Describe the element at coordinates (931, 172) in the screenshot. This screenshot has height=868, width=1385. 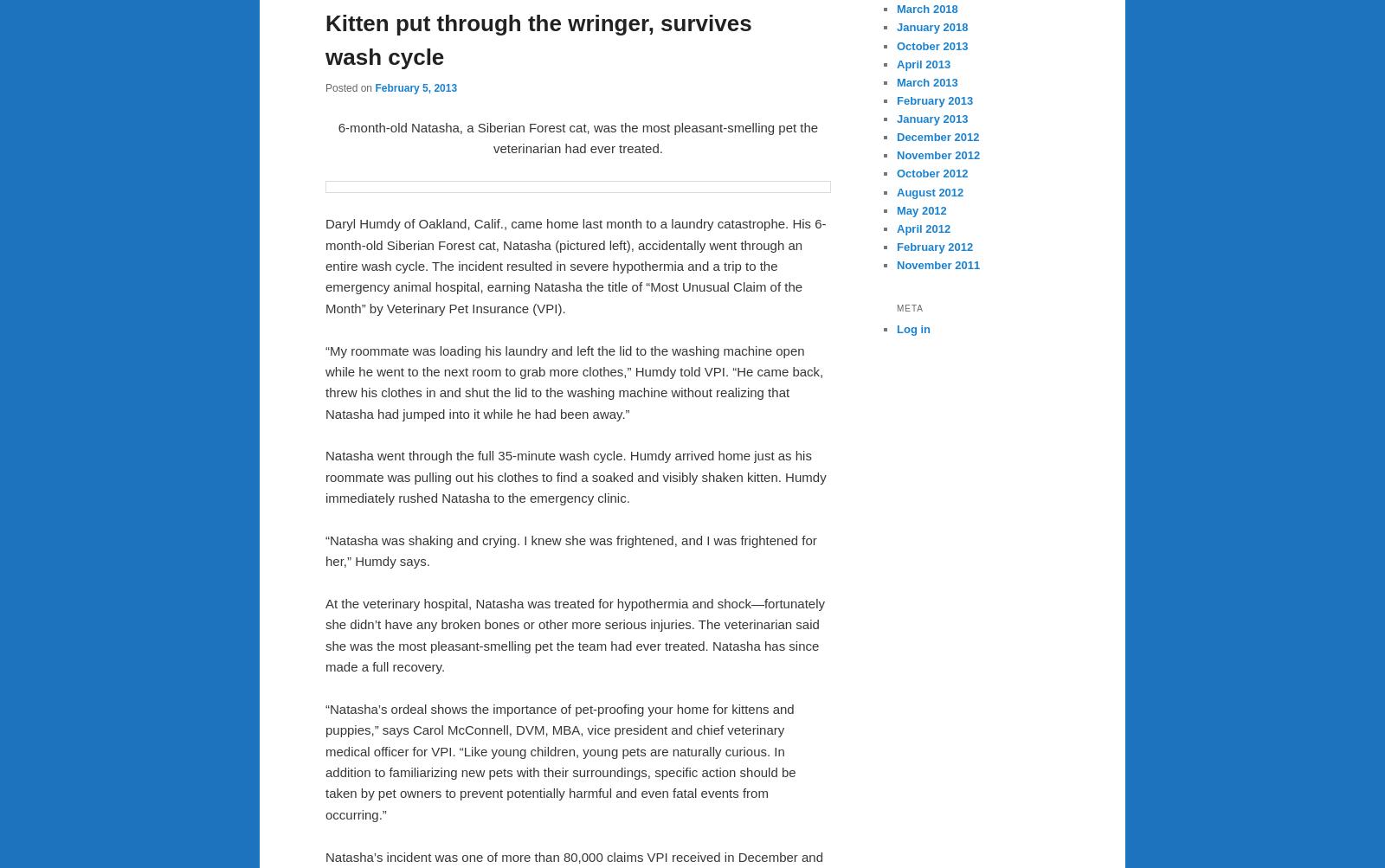
I see `'October 2012'` at that location.